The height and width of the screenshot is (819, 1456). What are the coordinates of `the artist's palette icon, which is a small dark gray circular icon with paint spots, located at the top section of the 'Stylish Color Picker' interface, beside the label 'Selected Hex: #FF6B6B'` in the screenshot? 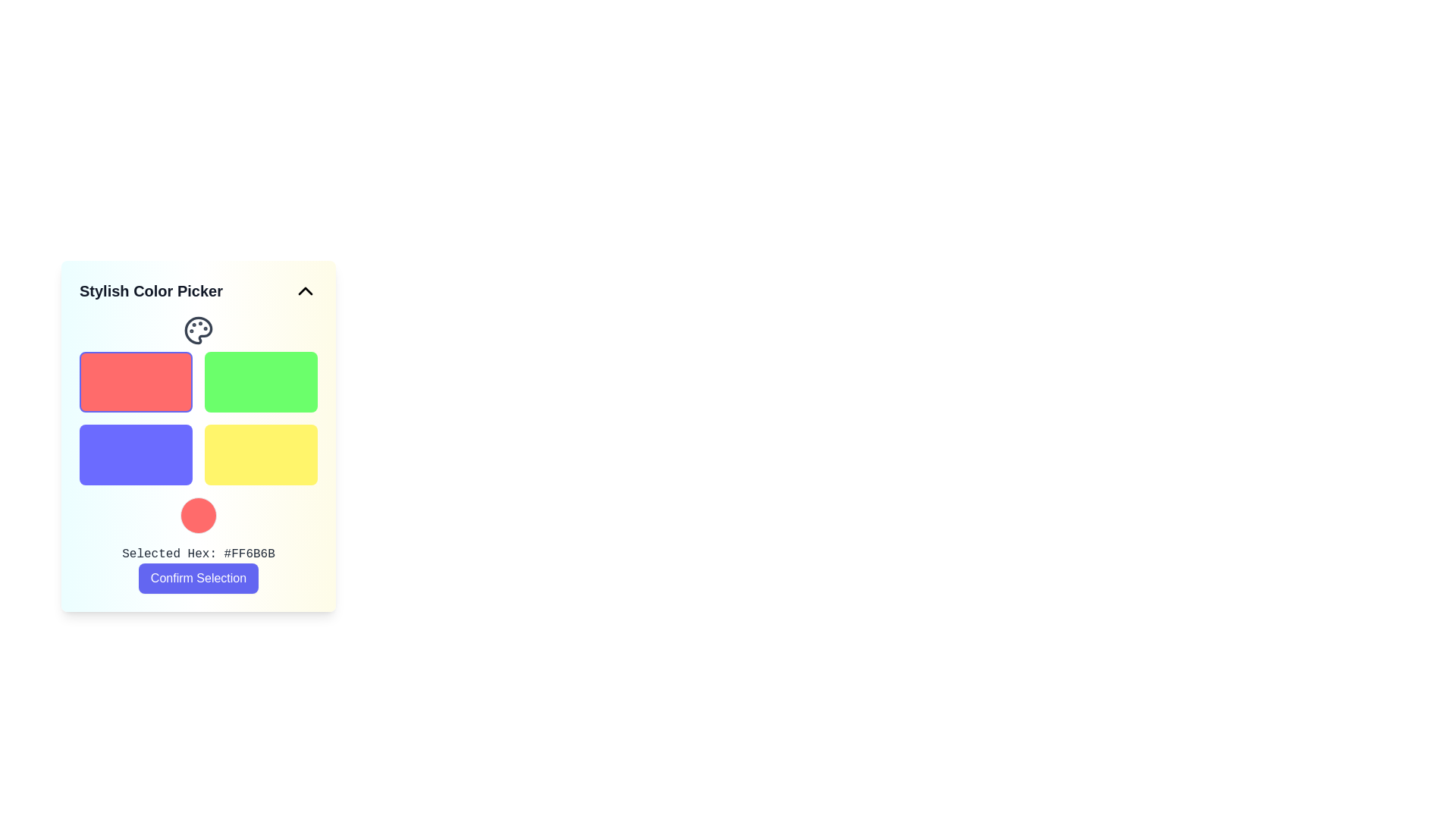 It's located at (198, 329).